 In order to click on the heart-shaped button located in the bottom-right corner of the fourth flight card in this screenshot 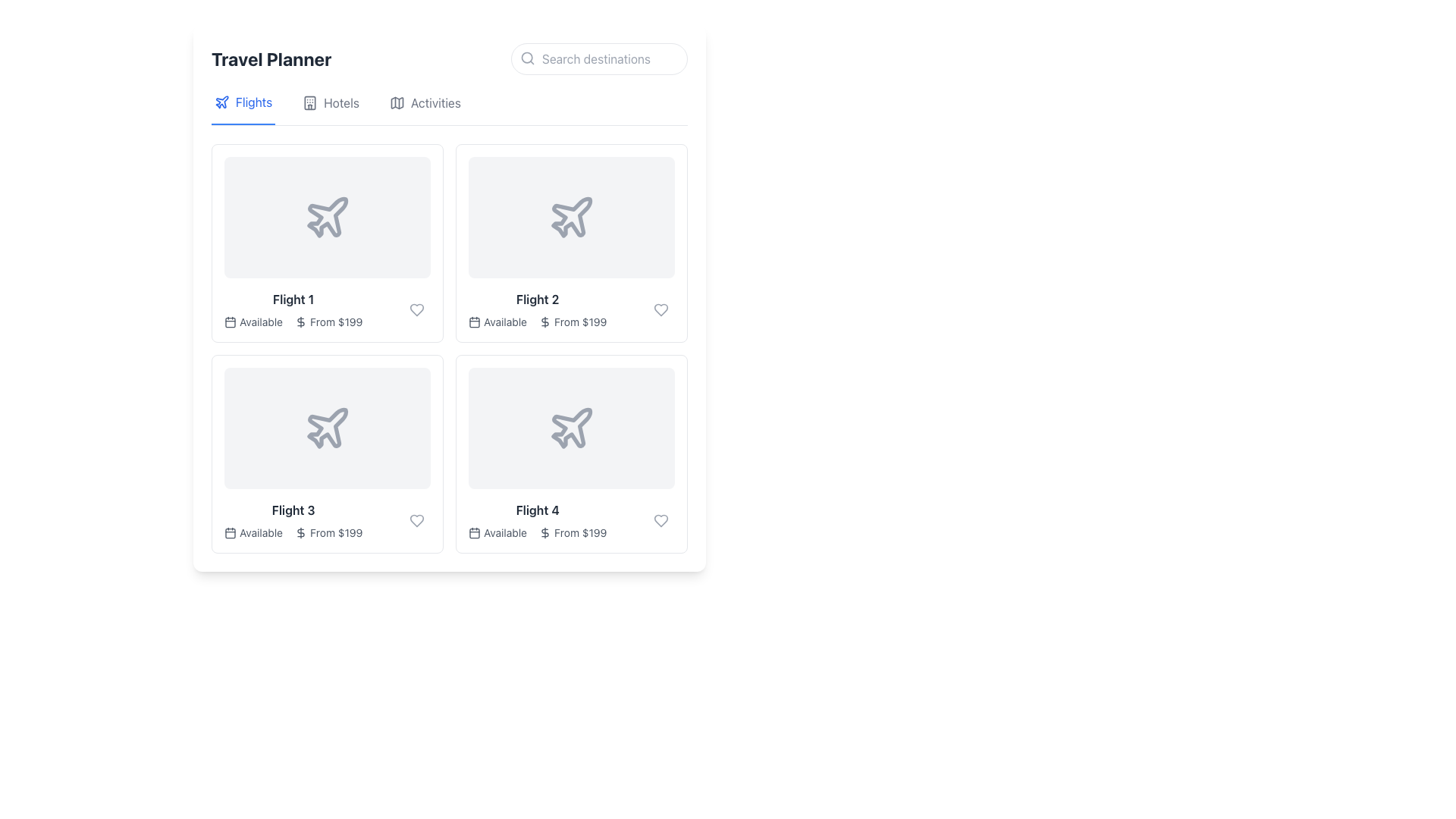, I will do `click(661, 519)`.